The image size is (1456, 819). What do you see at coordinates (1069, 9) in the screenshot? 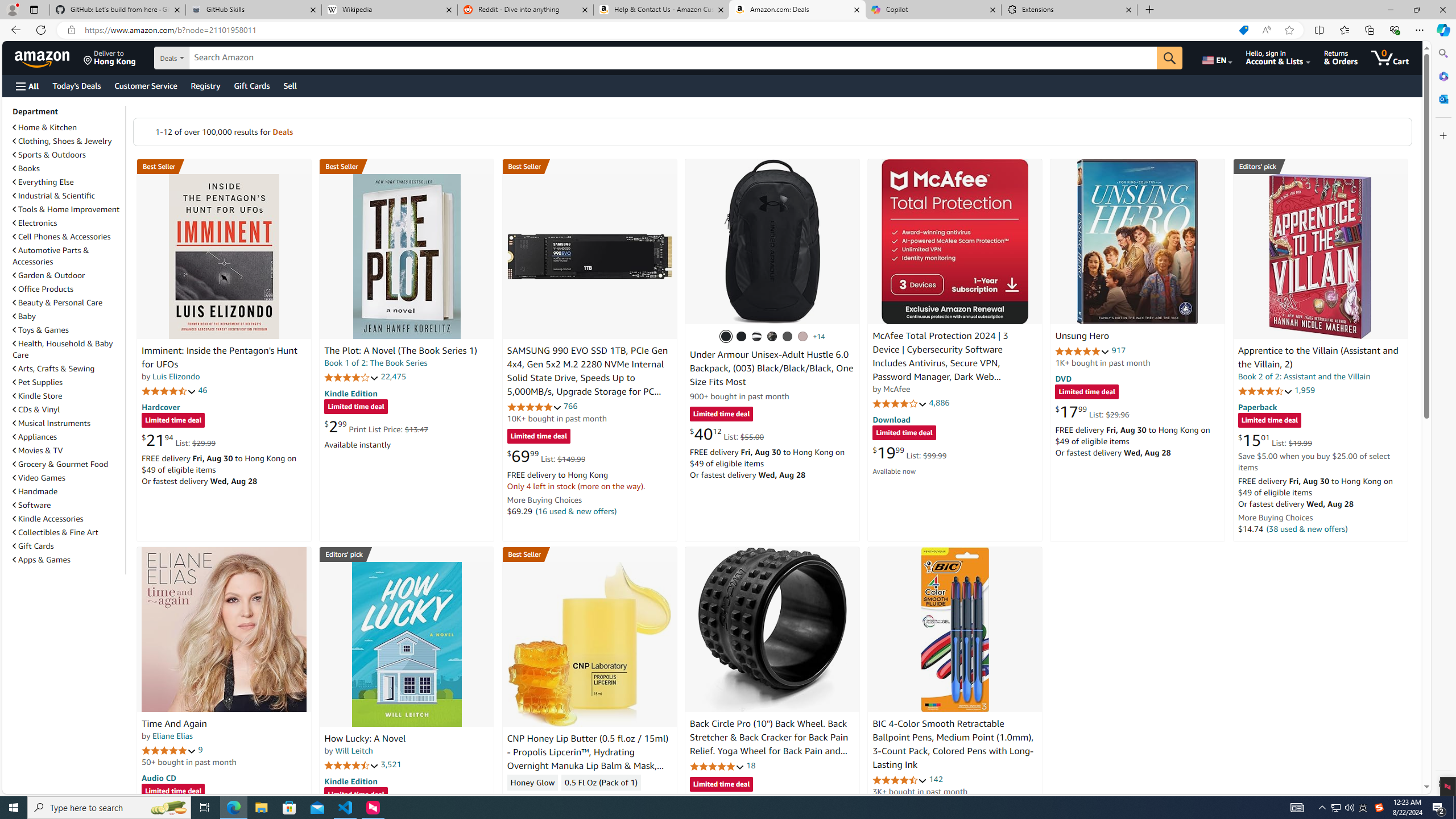
I see `'Extensions'` at bounding box center [1069, 9].